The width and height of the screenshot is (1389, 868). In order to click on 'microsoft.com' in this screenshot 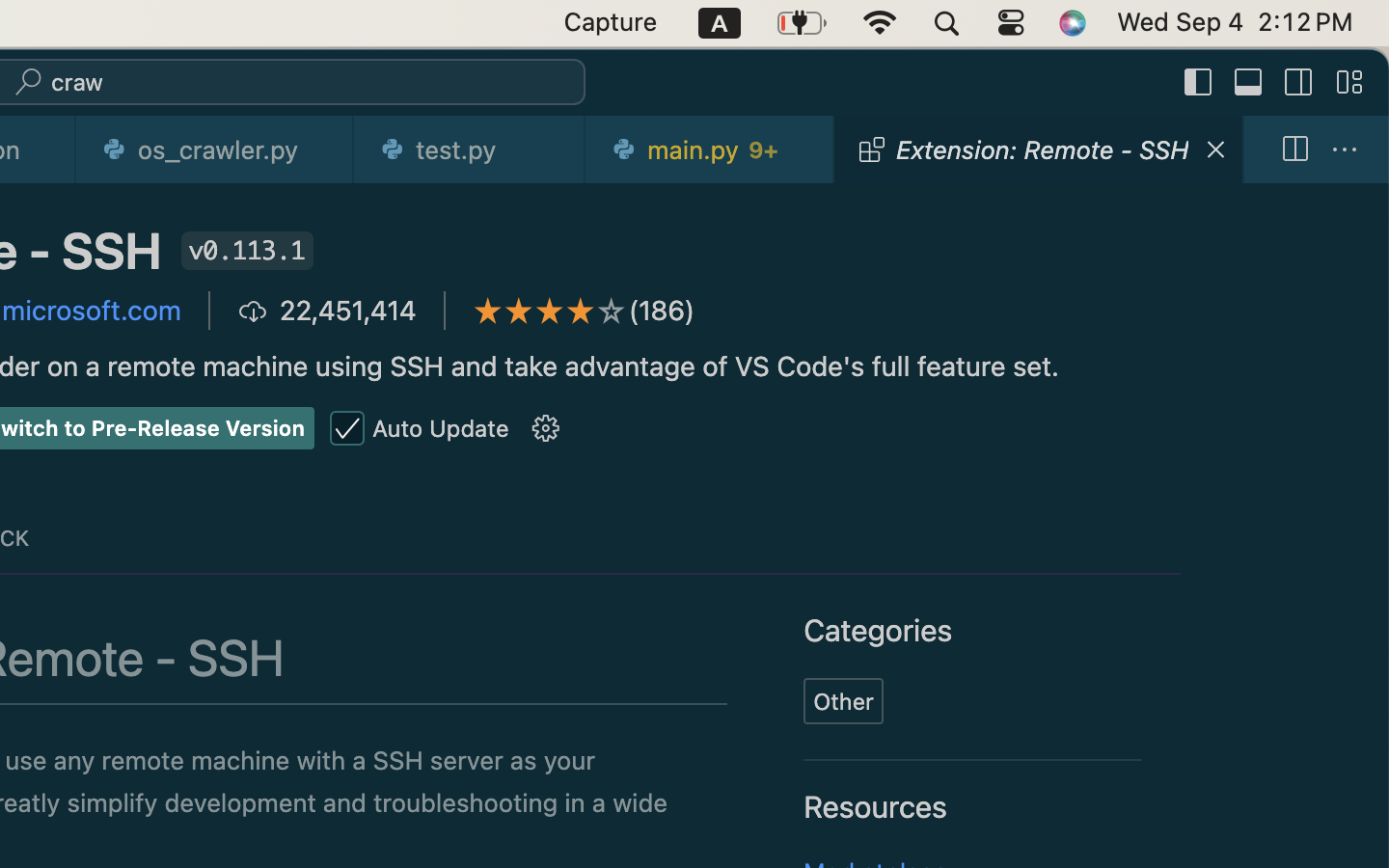, I will do `click(92, 310)`.